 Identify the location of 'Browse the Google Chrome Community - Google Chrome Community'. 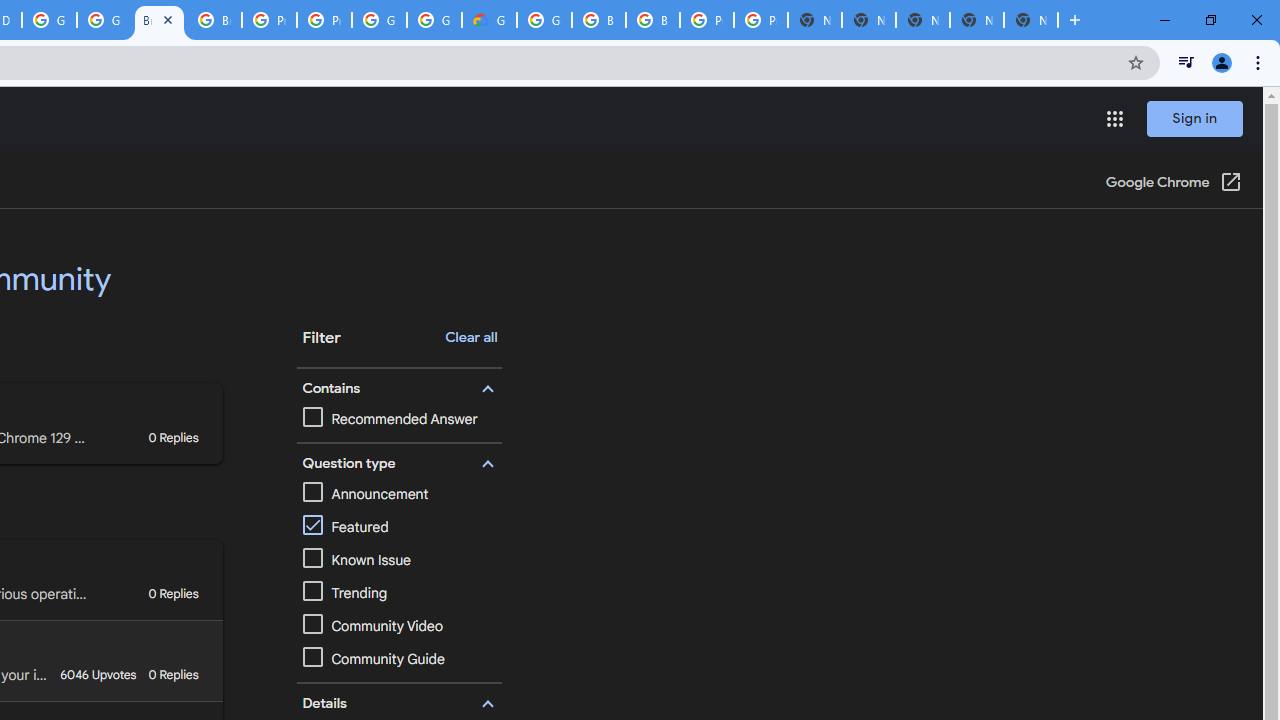
(158, 20).